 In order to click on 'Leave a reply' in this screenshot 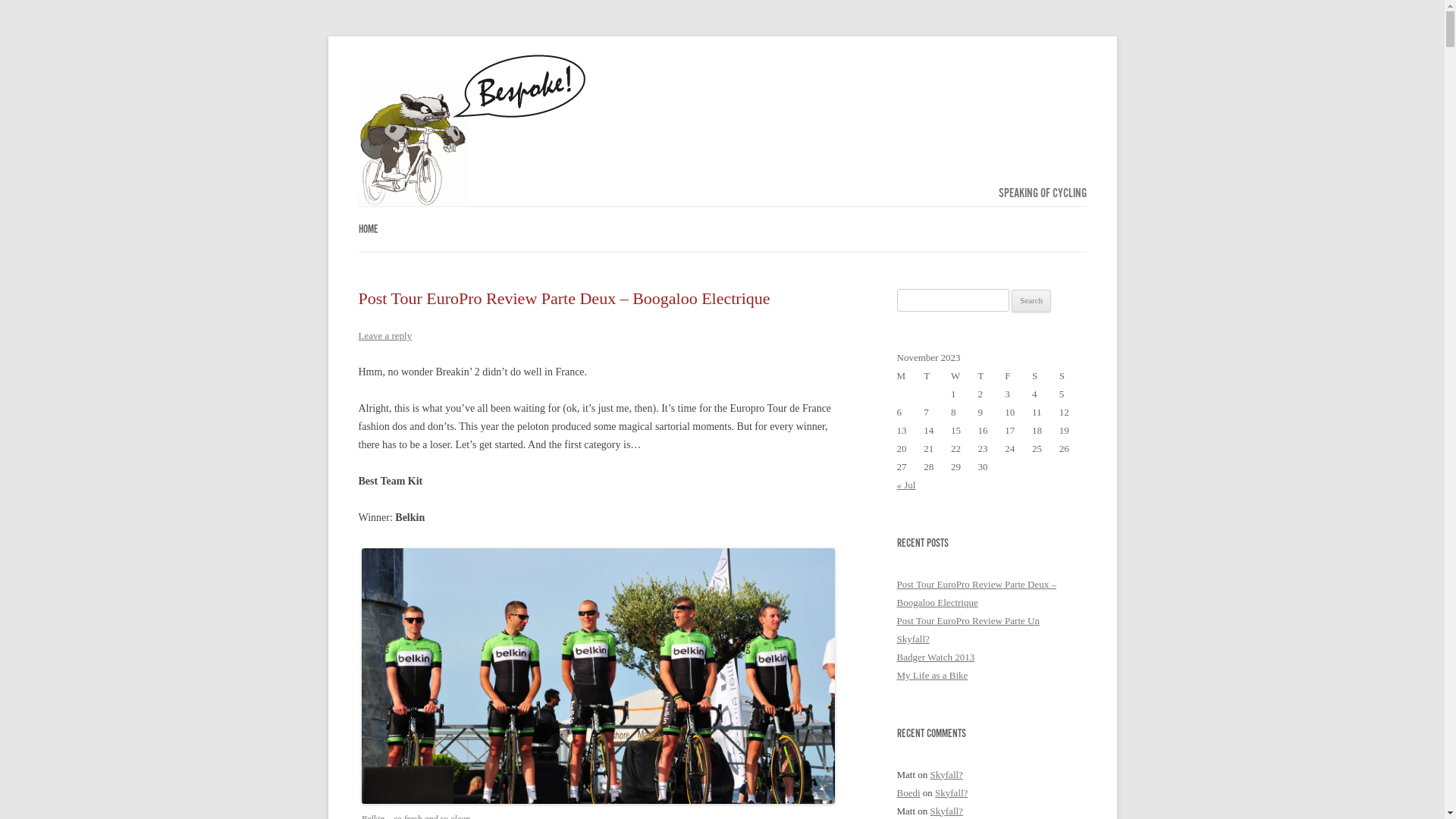, I will do `click(384, 334)`.